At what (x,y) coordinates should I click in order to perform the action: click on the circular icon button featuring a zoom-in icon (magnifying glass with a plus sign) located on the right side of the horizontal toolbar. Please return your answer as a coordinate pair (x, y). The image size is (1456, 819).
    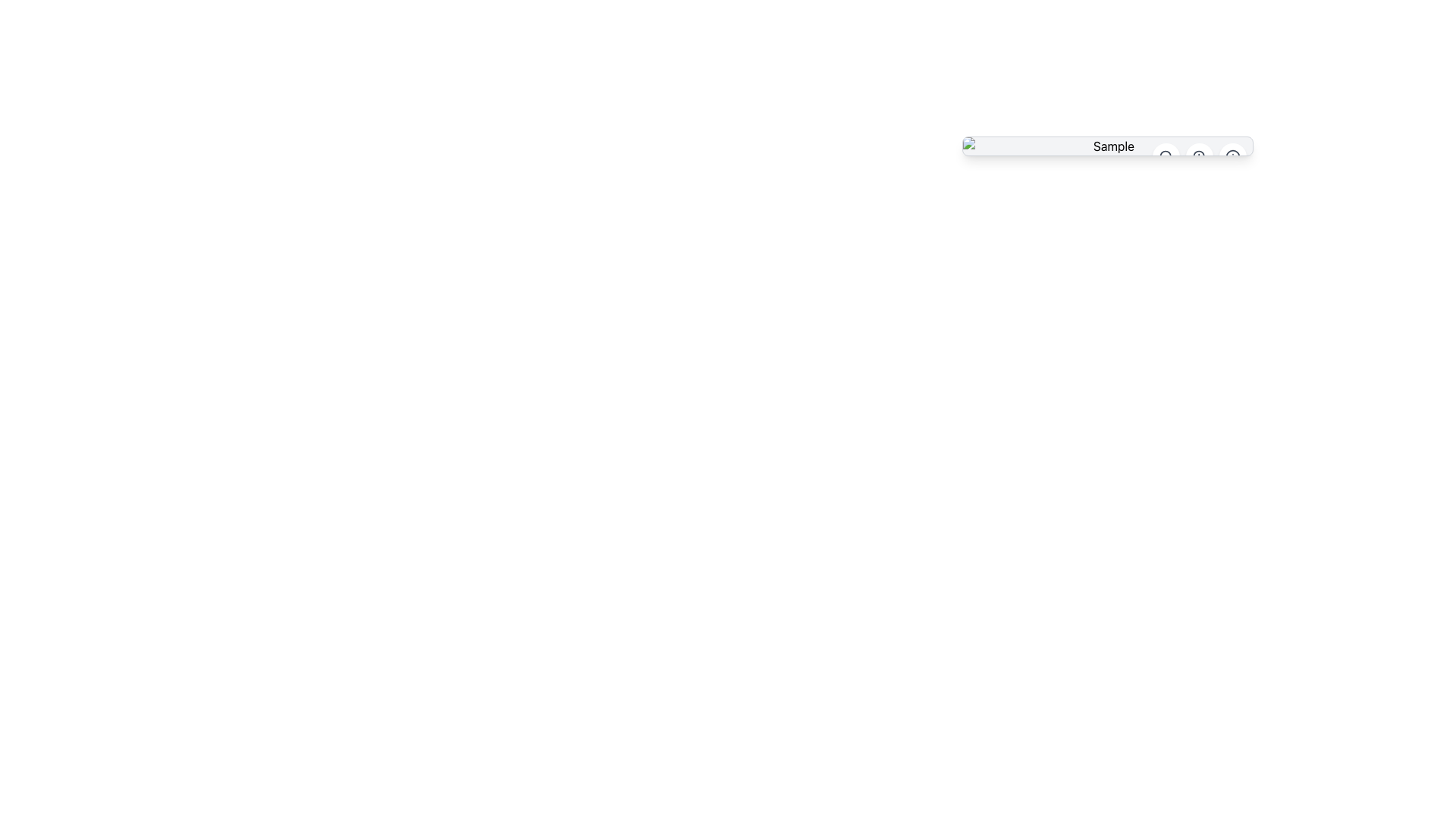
    Looking at the image, I should click on (1199, 157).